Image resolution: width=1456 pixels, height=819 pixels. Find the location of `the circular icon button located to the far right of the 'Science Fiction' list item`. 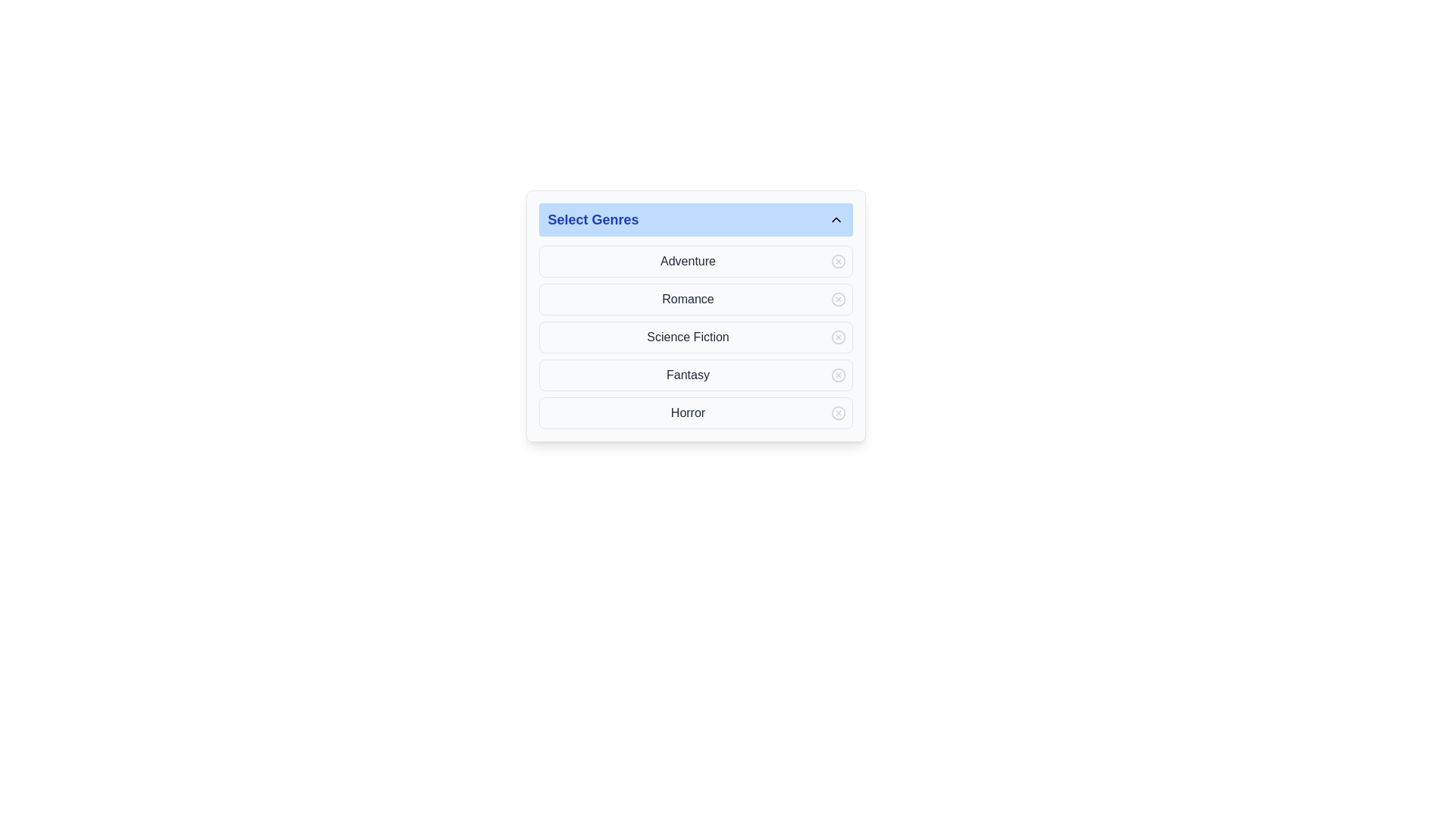

the circular icon button located to the far right of the 'Science Fiction' list item is located at coordinates (837, 336).